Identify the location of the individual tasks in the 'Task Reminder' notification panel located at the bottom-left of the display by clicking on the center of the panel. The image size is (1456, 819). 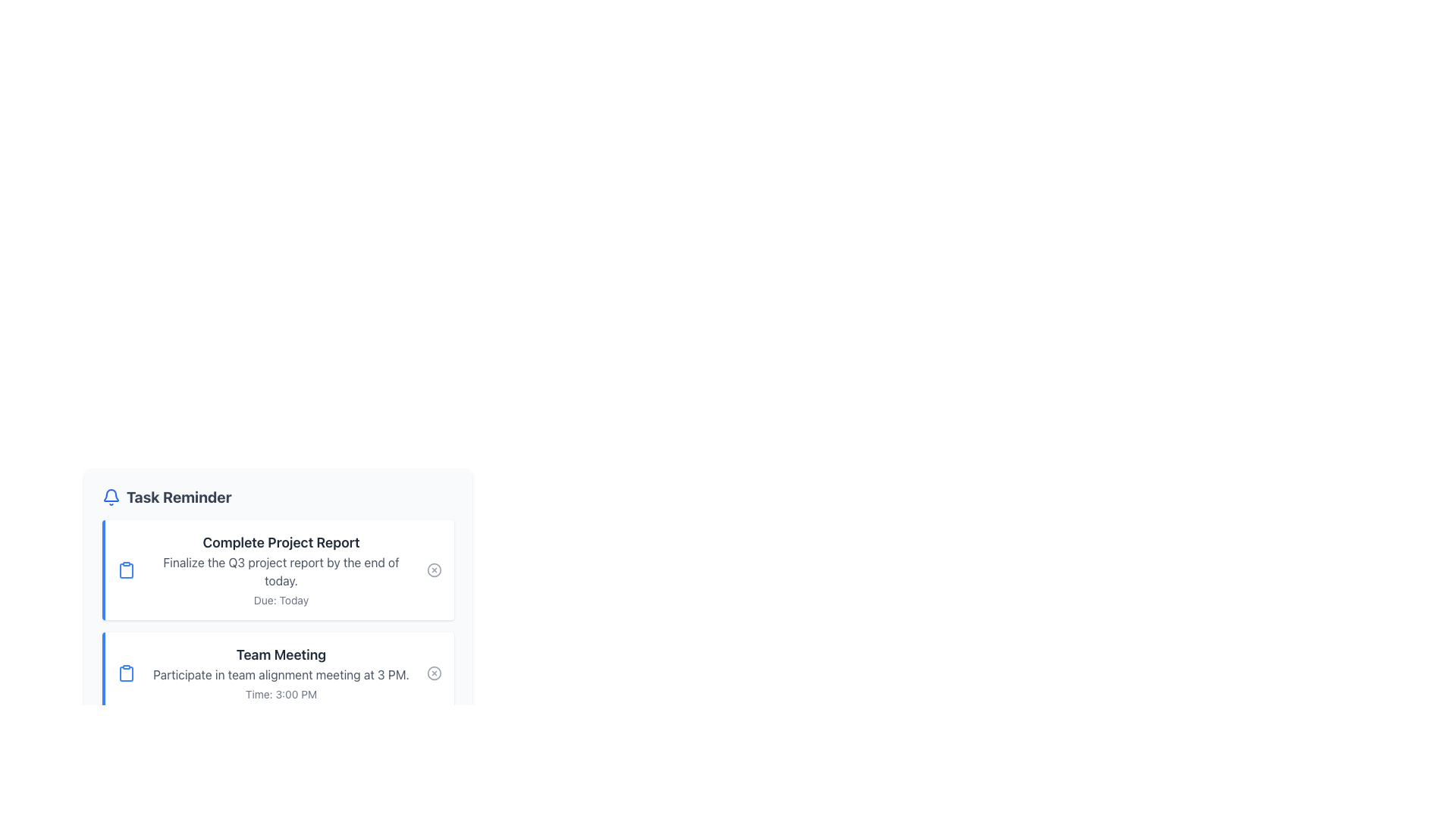
(278, 578).